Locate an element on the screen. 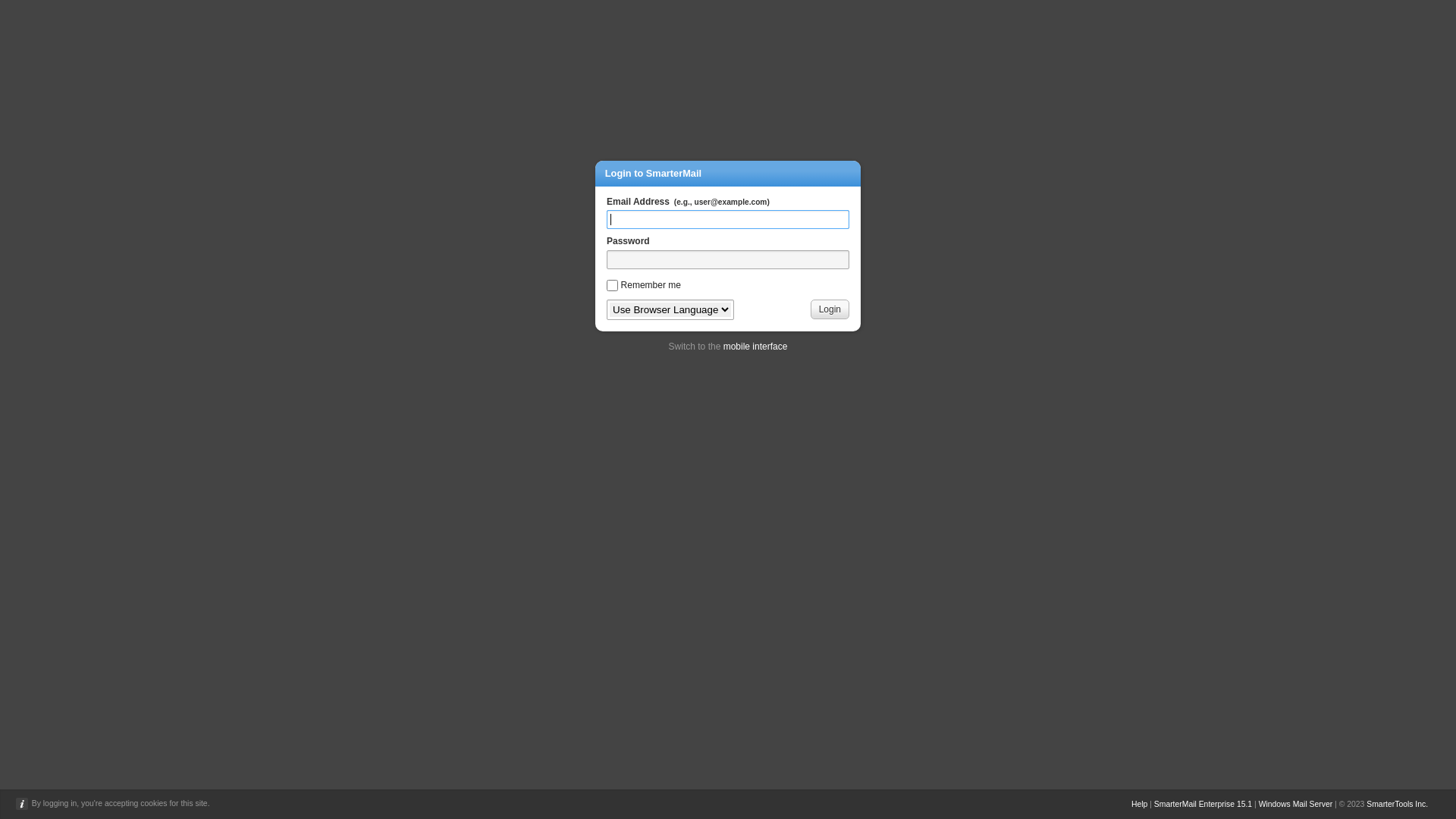 The image size is (1456, 819). 'SmarterMail Enterprise 15.1' is located at coordinates (1202, 803).